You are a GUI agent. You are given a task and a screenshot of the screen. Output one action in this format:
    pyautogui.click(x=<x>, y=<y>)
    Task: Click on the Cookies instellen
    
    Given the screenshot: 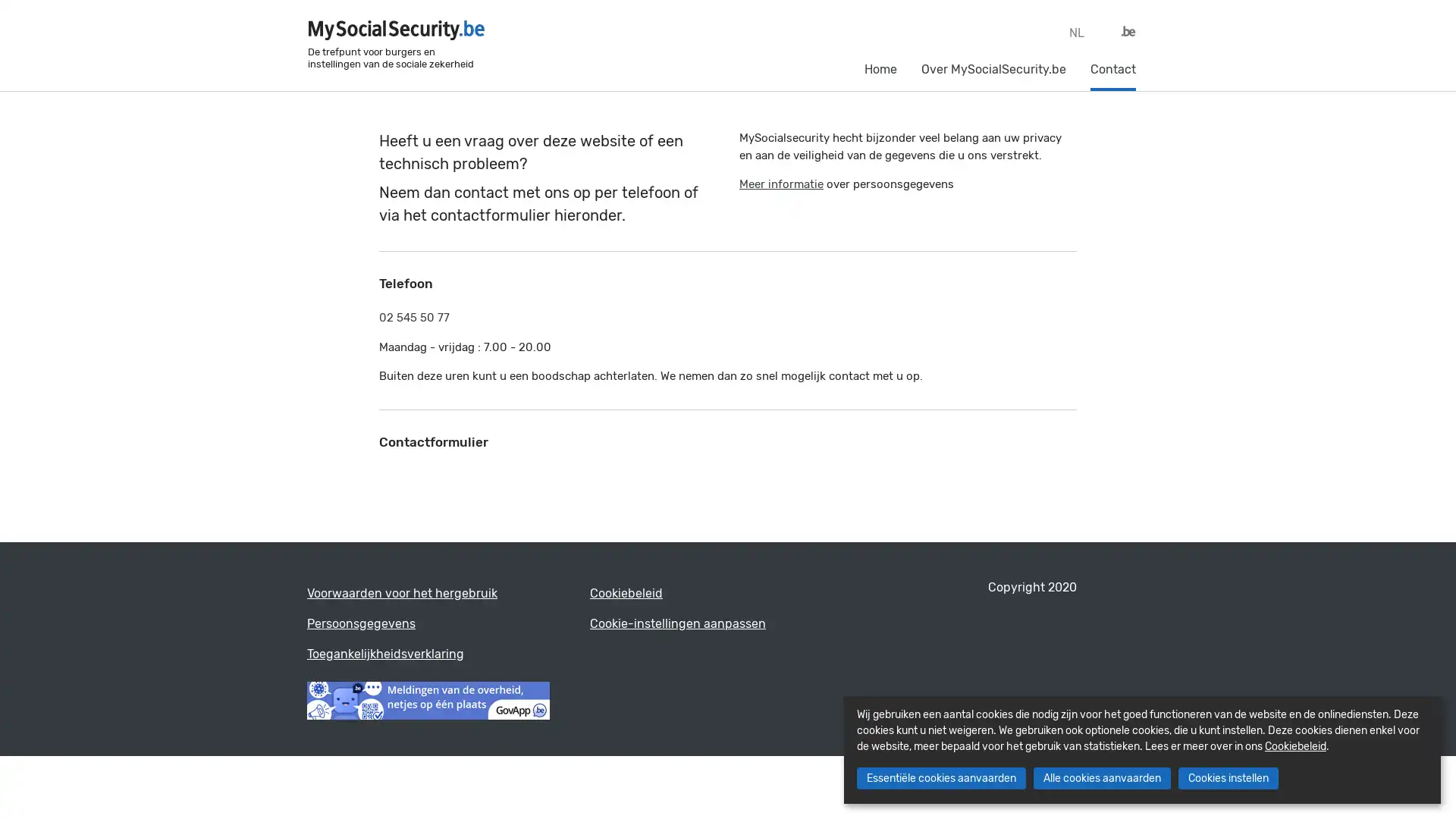 What is the action you would take?
    pyautogui.click(x=1227, y=778)
    